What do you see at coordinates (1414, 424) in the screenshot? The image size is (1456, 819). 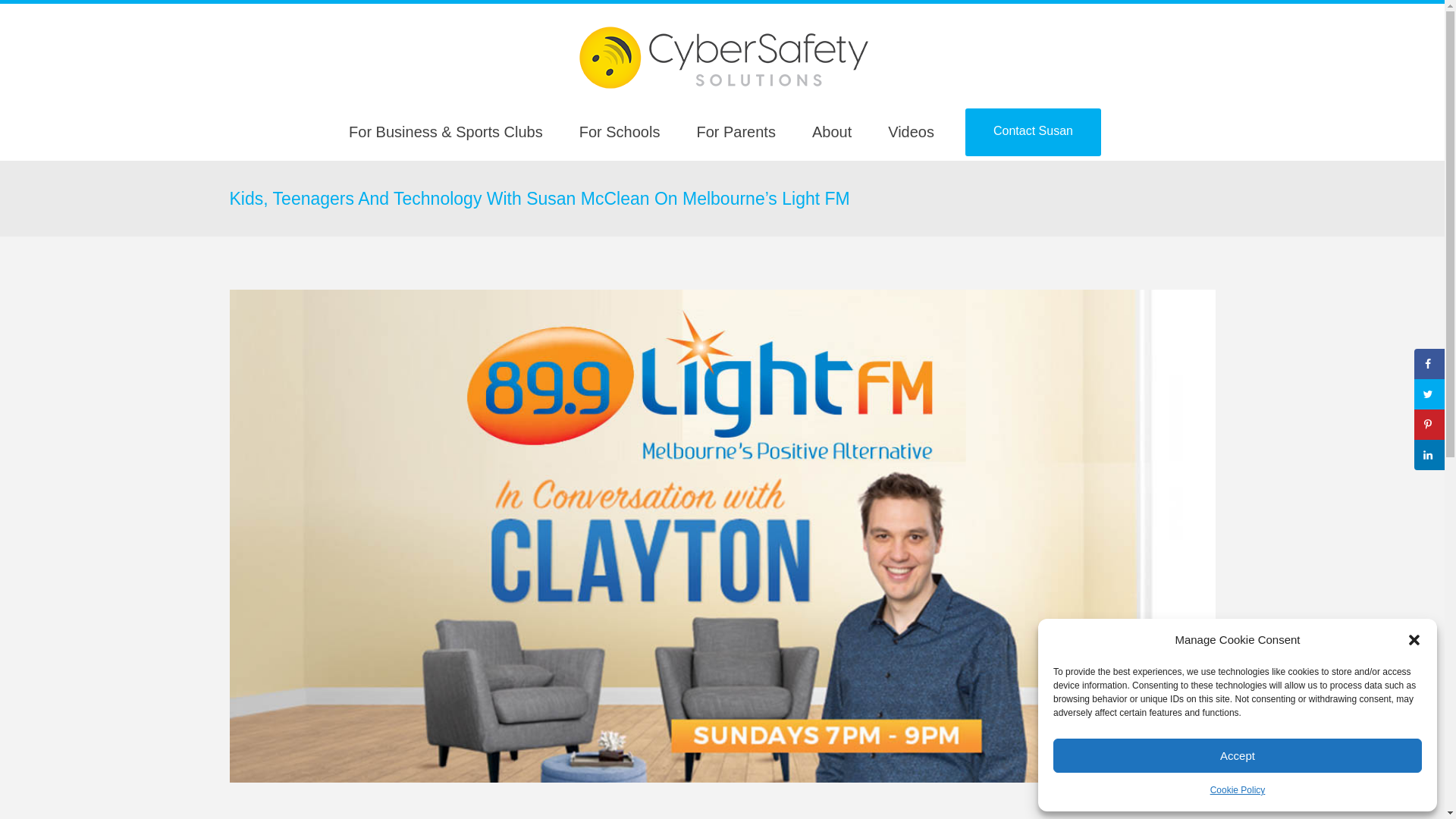 I see `'Save to Pinterest'` at bounding box center [1414, 424].